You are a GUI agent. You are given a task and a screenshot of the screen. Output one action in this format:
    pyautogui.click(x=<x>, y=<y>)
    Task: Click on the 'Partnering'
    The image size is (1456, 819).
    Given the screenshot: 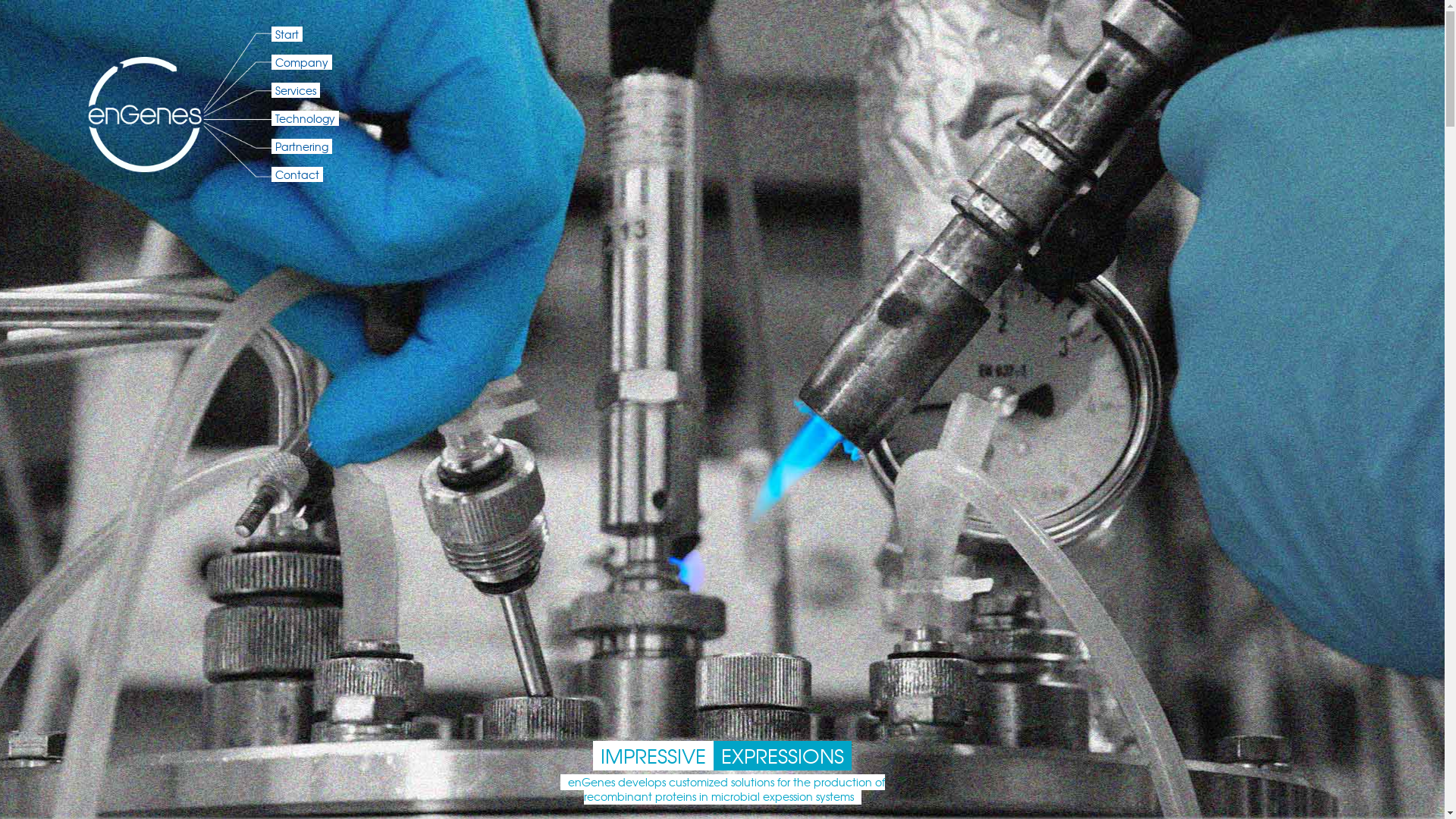 What is the action you would take?
    pyautogui.click(x=302, y=146)
    